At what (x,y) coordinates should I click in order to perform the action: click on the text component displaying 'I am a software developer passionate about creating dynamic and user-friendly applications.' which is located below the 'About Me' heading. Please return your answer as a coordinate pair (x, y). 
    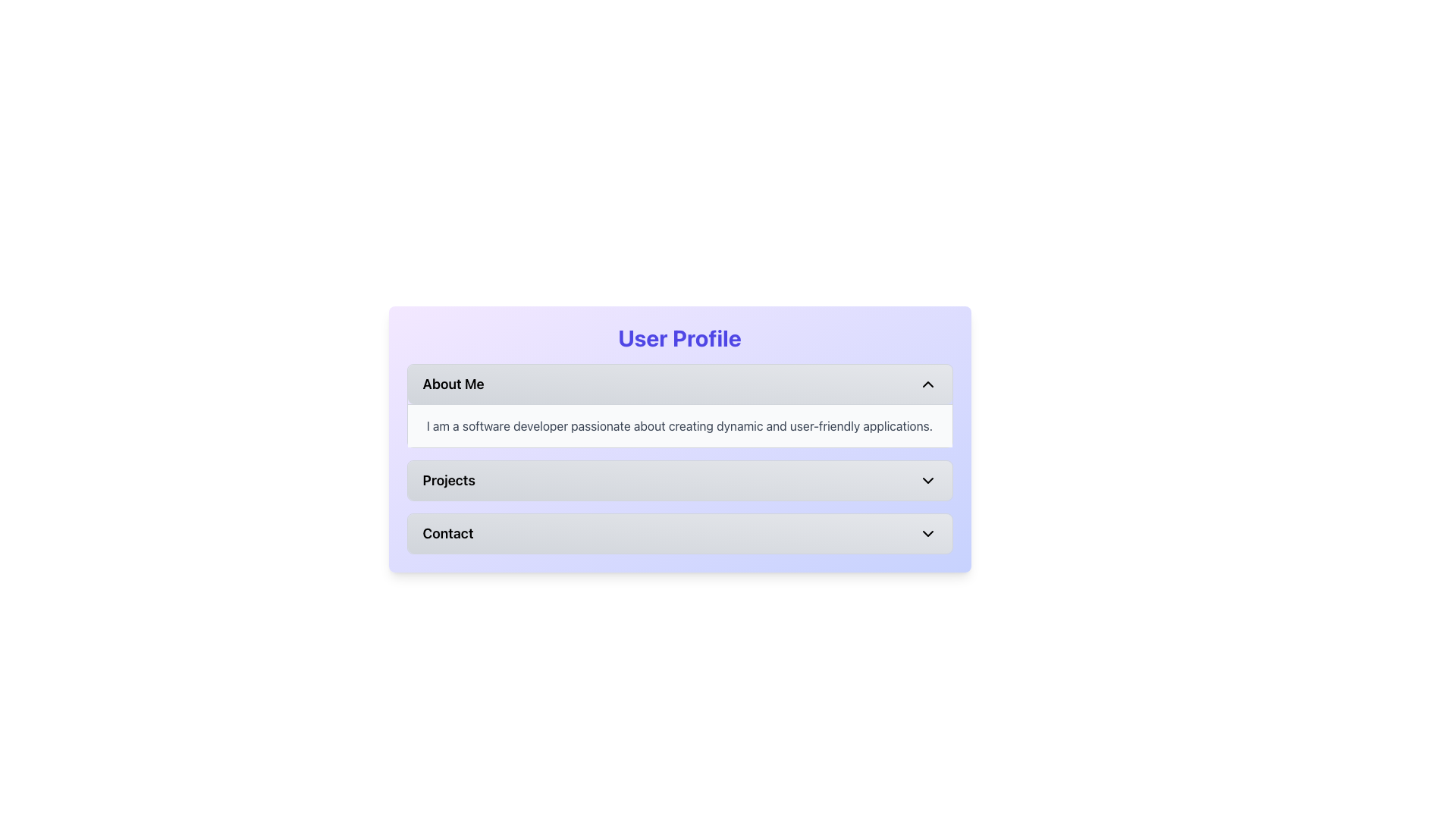
    Looking at the image, I should click on (679, 425).